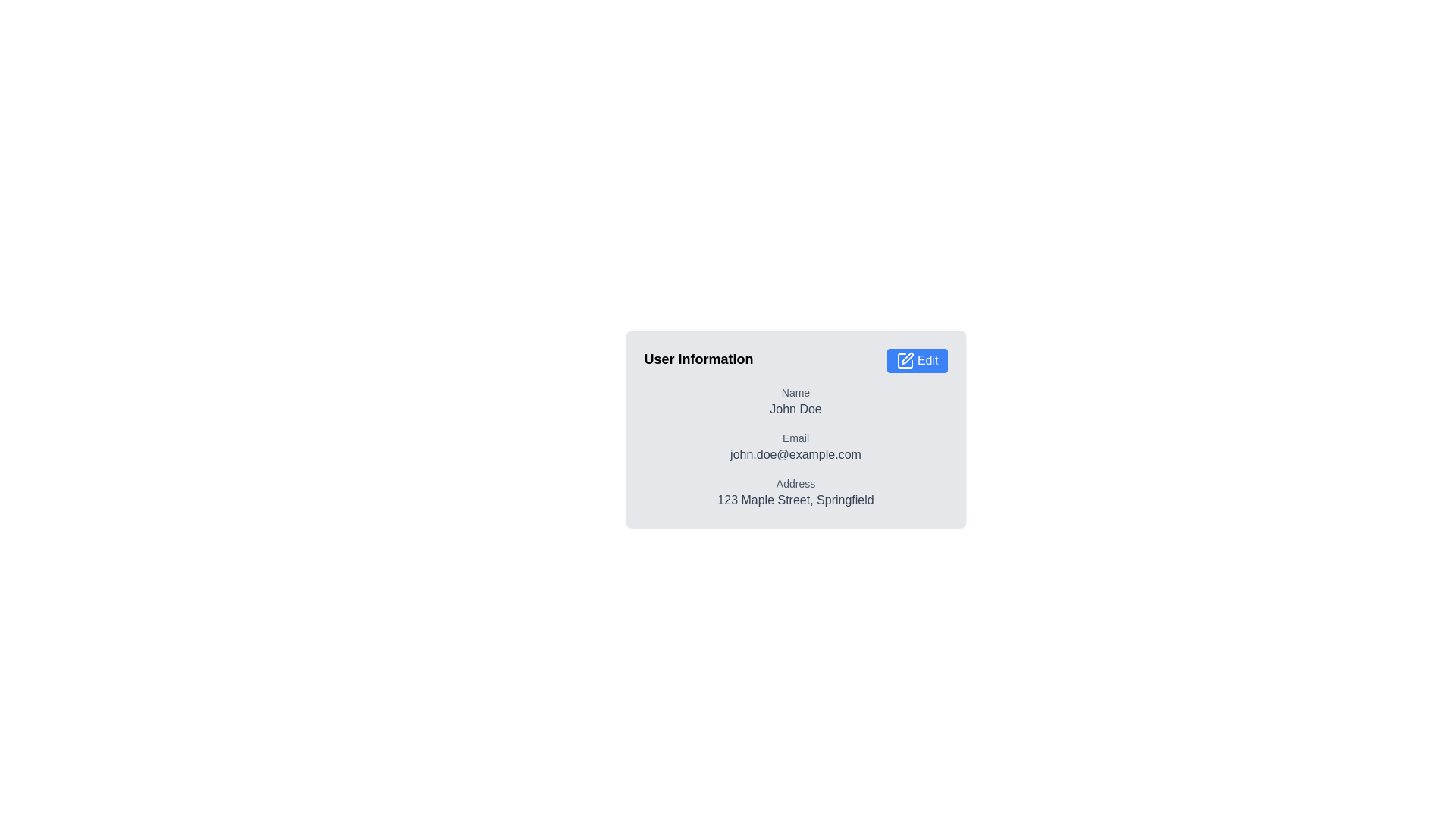 This screenshot has height=819, width=1456. What do you see at coordinates (795, 409) in the screenshot?
I see `the static text element displaying 'John Doe' in bold, dark gray font, located in the 'User Information' card below the label 'Name'` at bounding box center [795, 409].